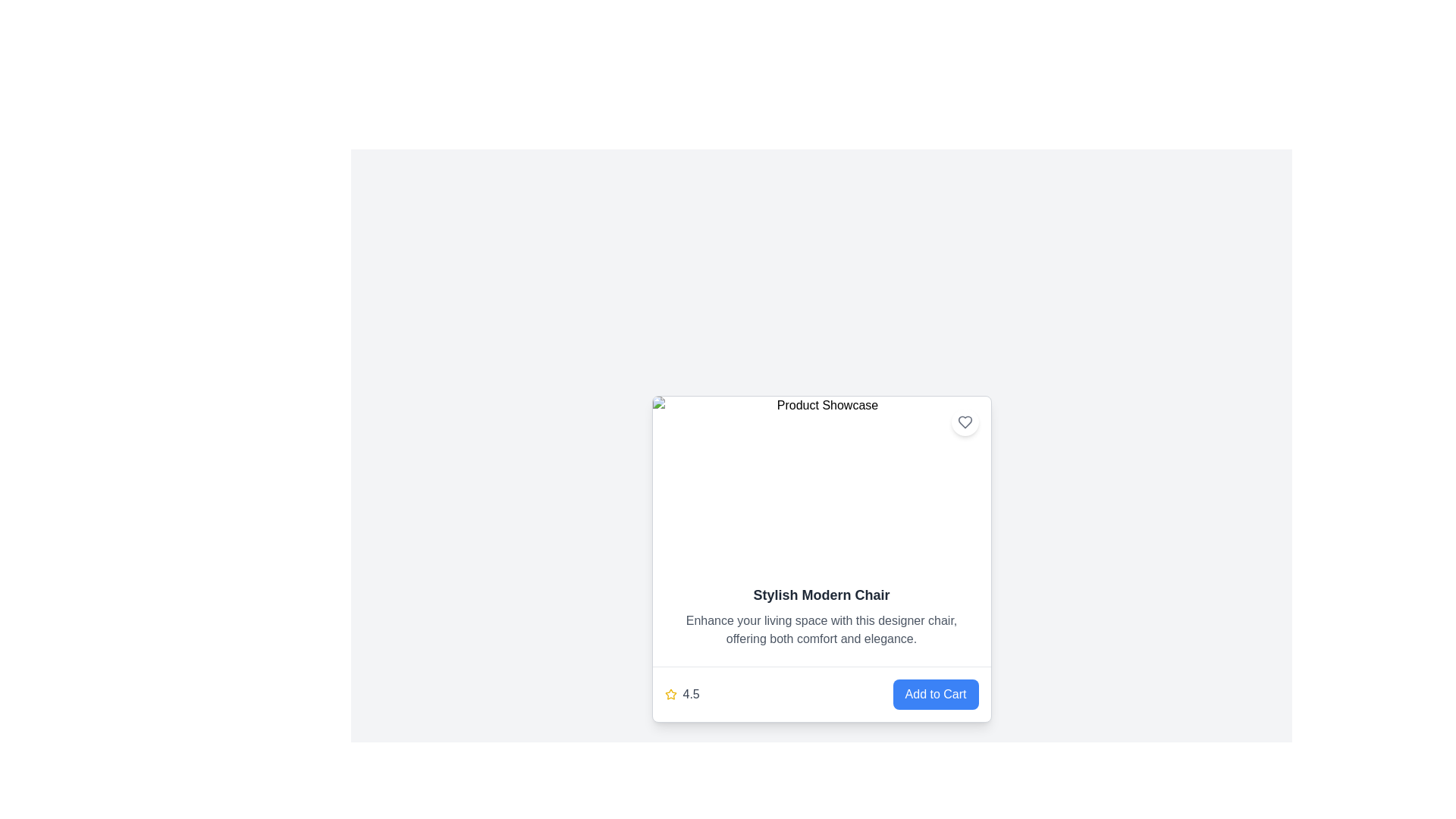 The height and width of the screenshot is (819, 1456). I want to click on descriptive text block located beneath the bold title 'Stylish Modern Chair', which is styled with a light gray color and medium-sized font, so click(821, 629).